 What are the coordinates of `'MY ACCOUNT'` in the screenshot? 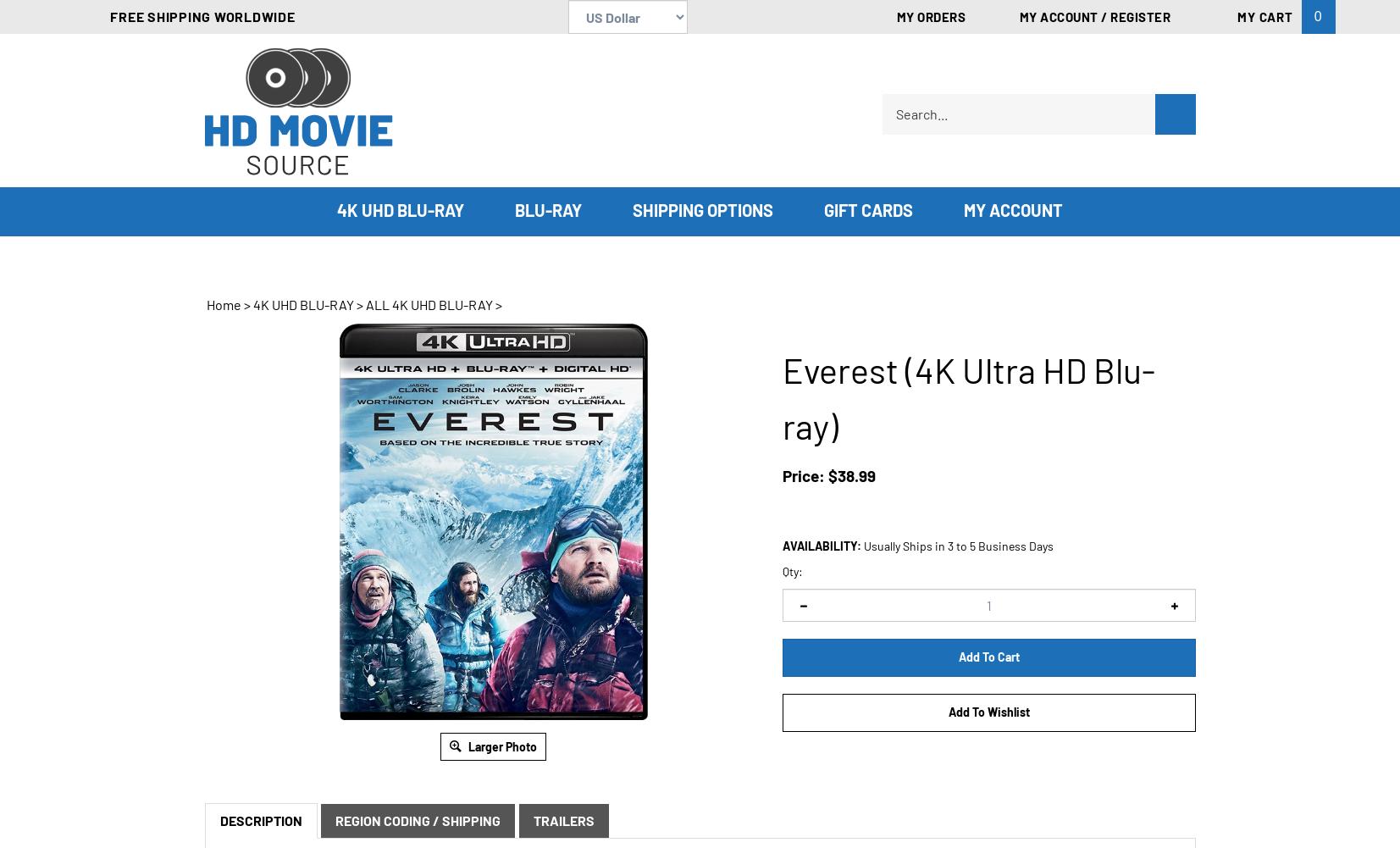 It's located at (963, 209).